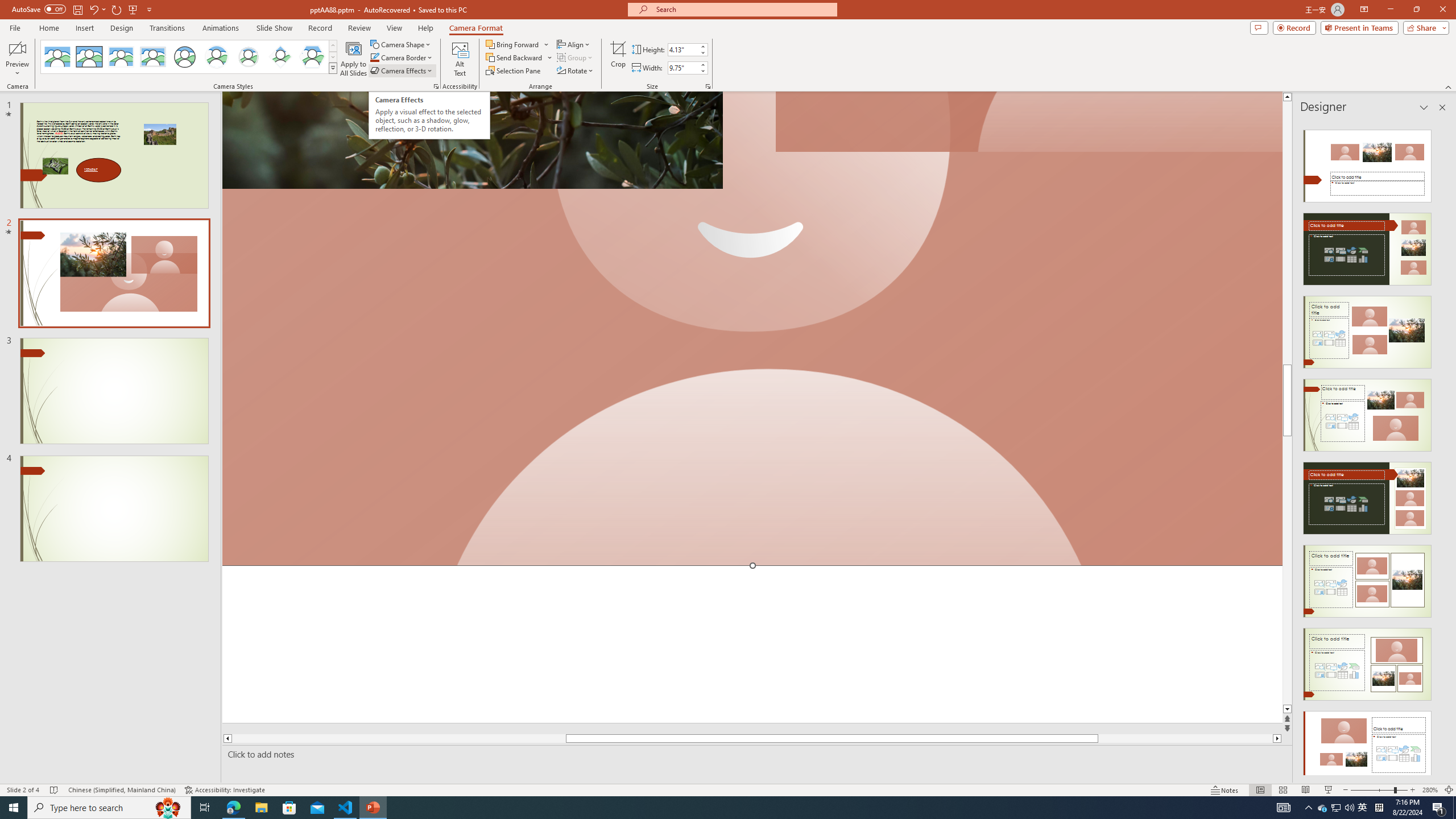 The image size is (1456, 819). What do you see at coordinates (1366, 162) in the screenshot?
I see `'Recommended Design: Design Idea'` at bounding box center [1366, 162].